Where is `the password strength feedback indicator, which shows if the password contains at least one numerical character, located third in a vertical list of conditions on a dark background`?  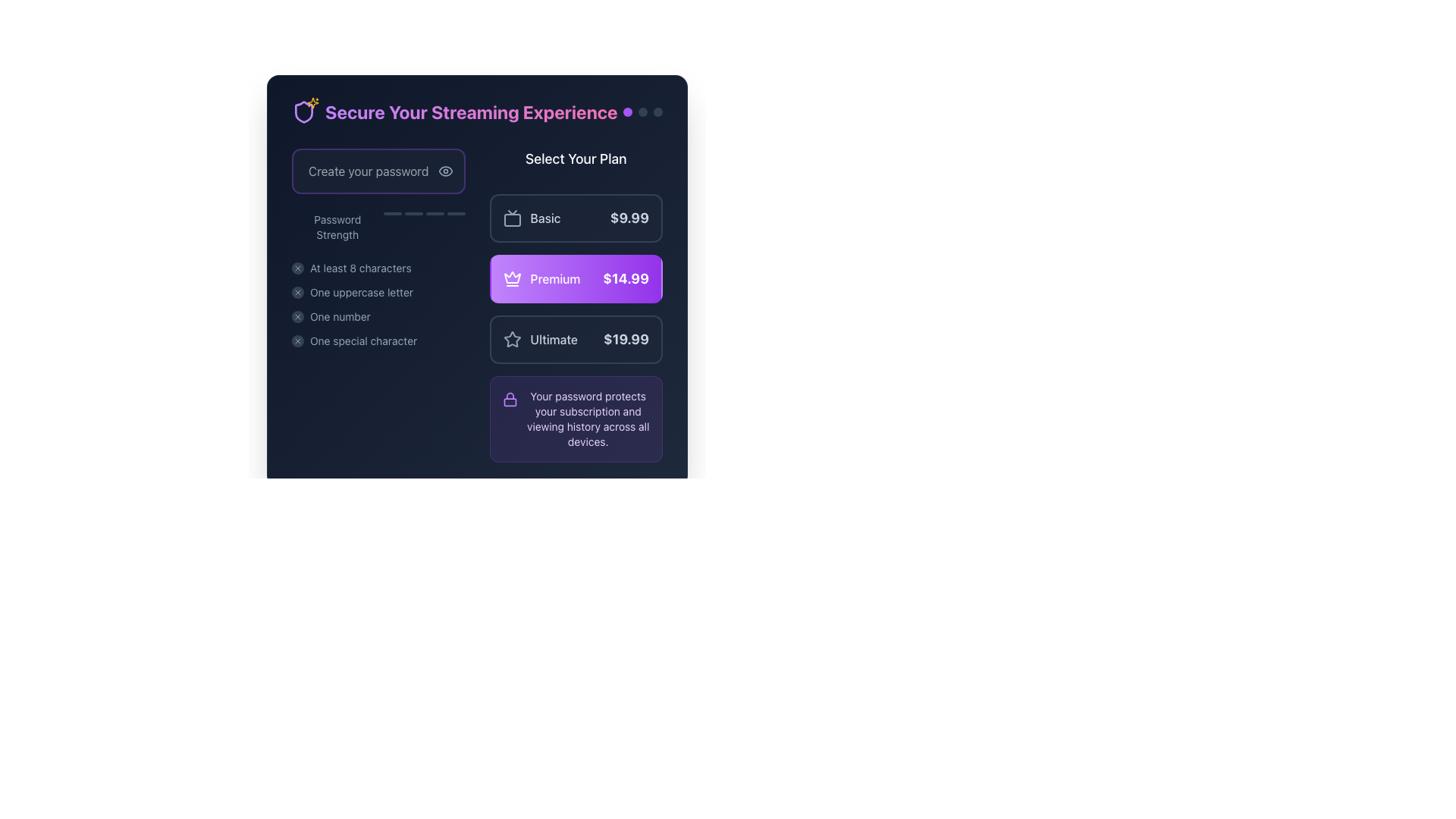 the password strength feedback indicator, which shows if the password contains at least one numerical character, located third in a vertical list of conditions on a dark background is located at coordinates (378, 315).